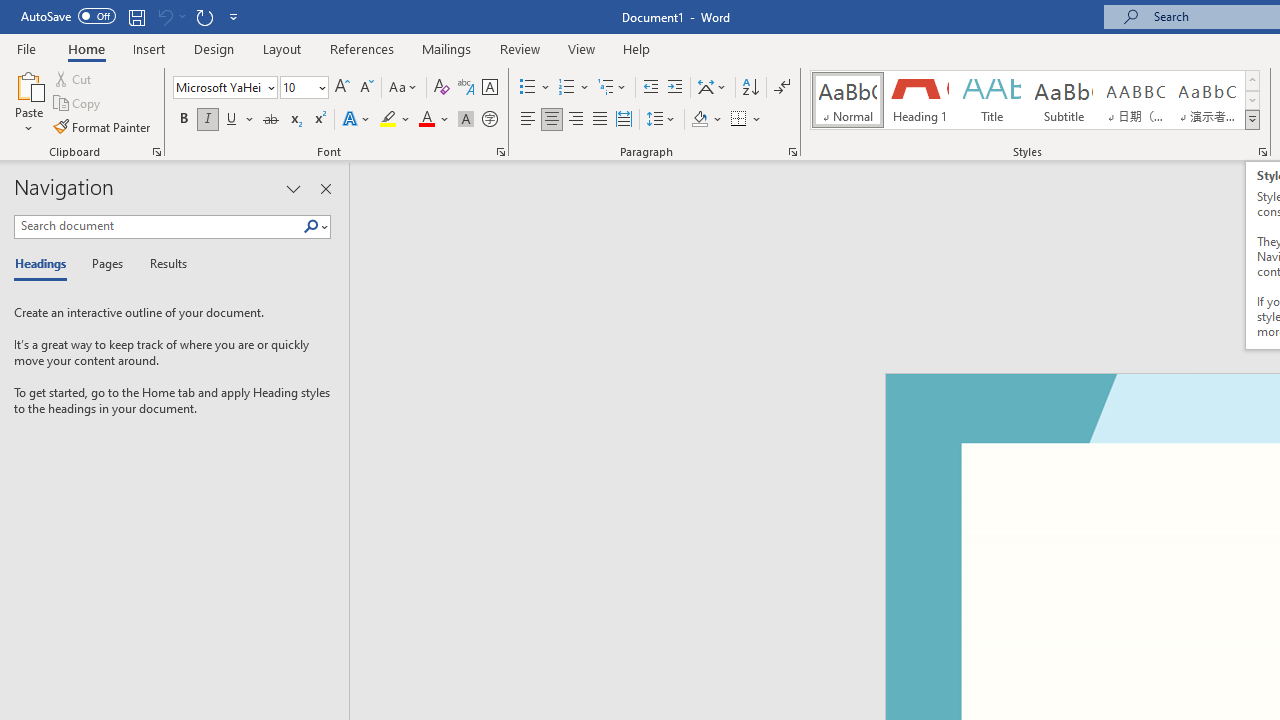  What do you see at coordinates (699, 119) in the screenshot?
I see `'Shading RGB(0, 0, 0)'` at bounding box center [699, 119].